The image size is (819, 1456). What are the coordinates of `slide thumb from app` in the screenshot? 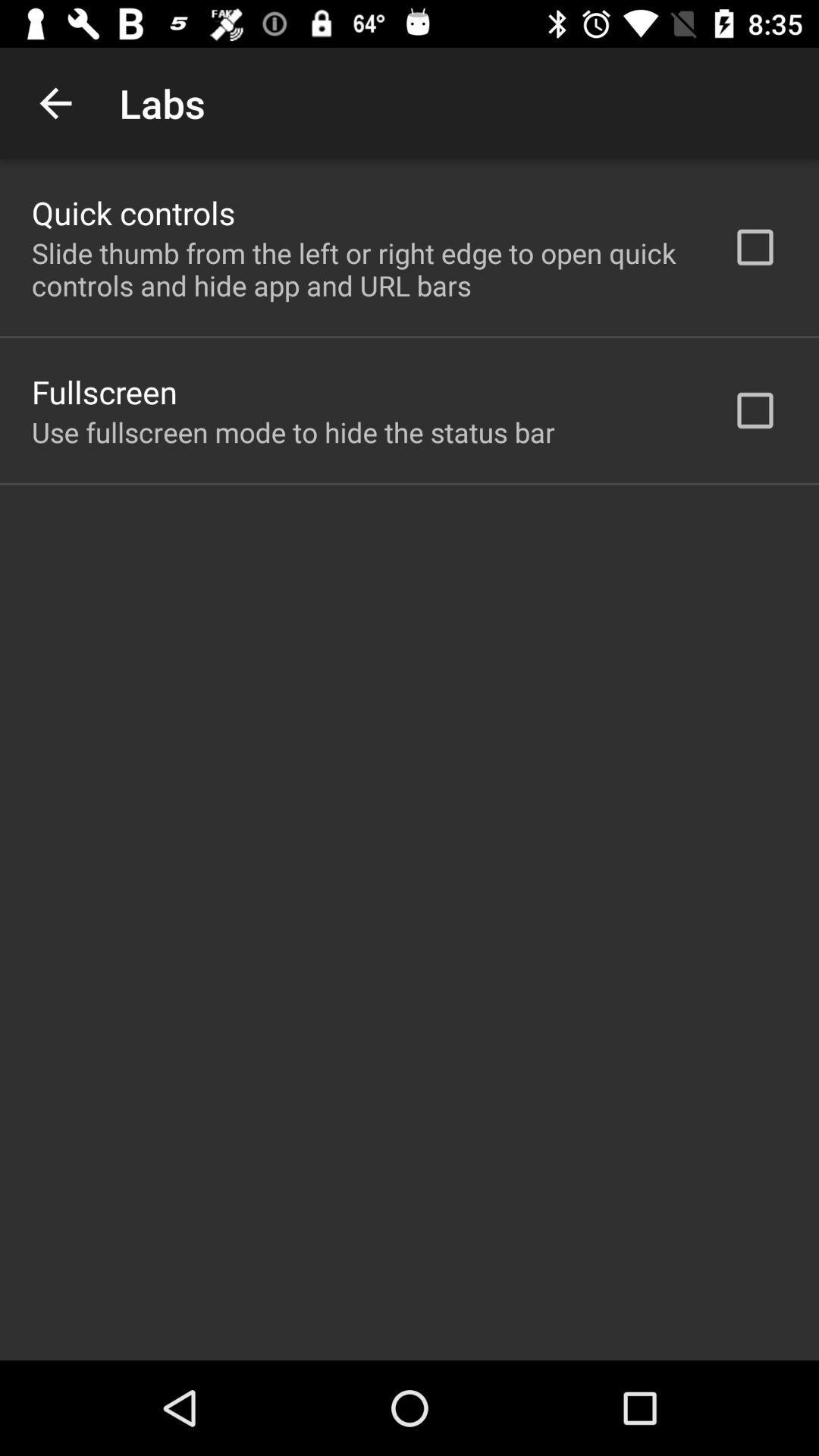 It's located at (362, 269).